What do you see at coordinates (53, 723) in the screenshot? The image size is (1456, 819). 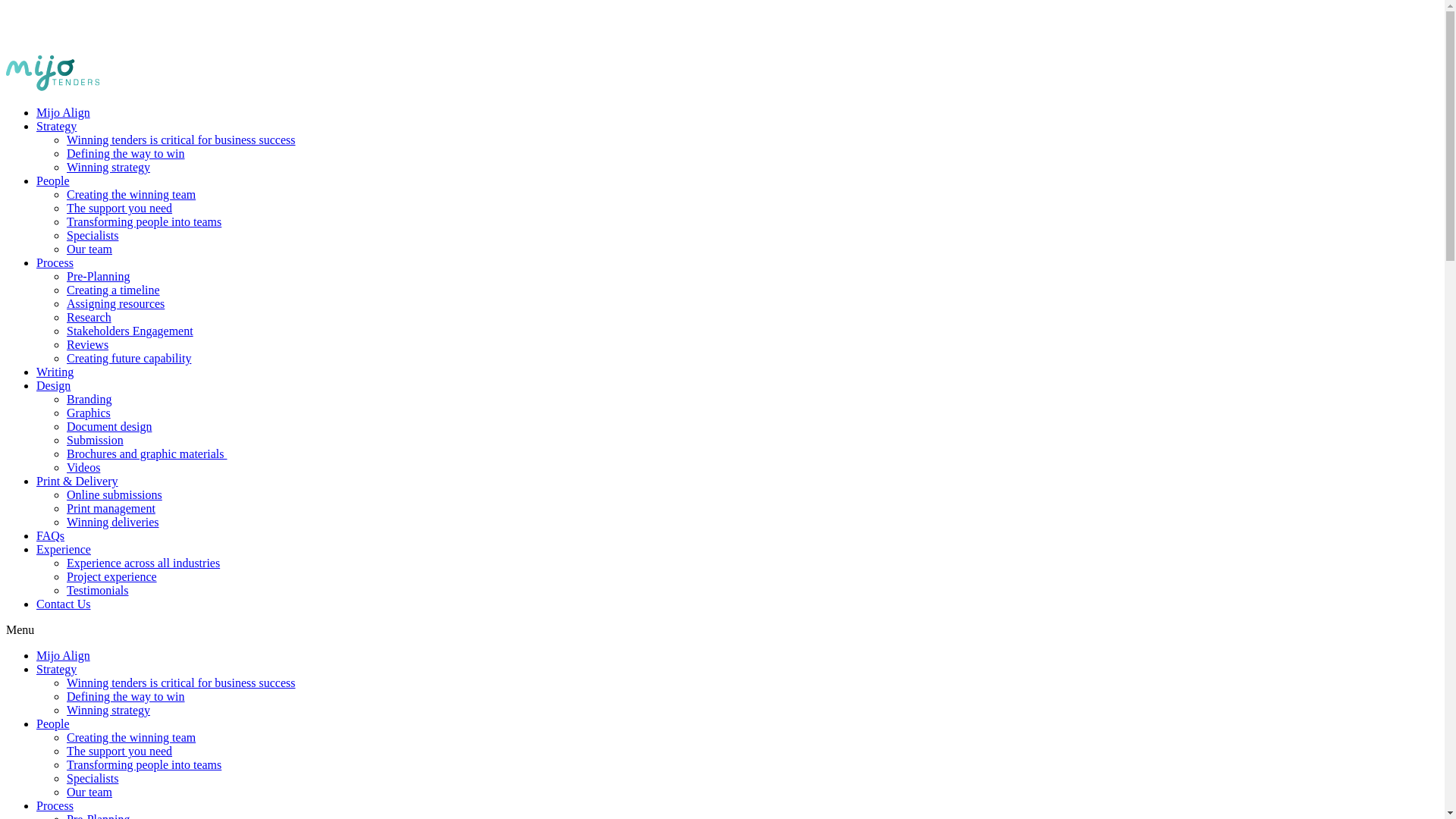 I see `'People'` at bounding box center [53, 723].